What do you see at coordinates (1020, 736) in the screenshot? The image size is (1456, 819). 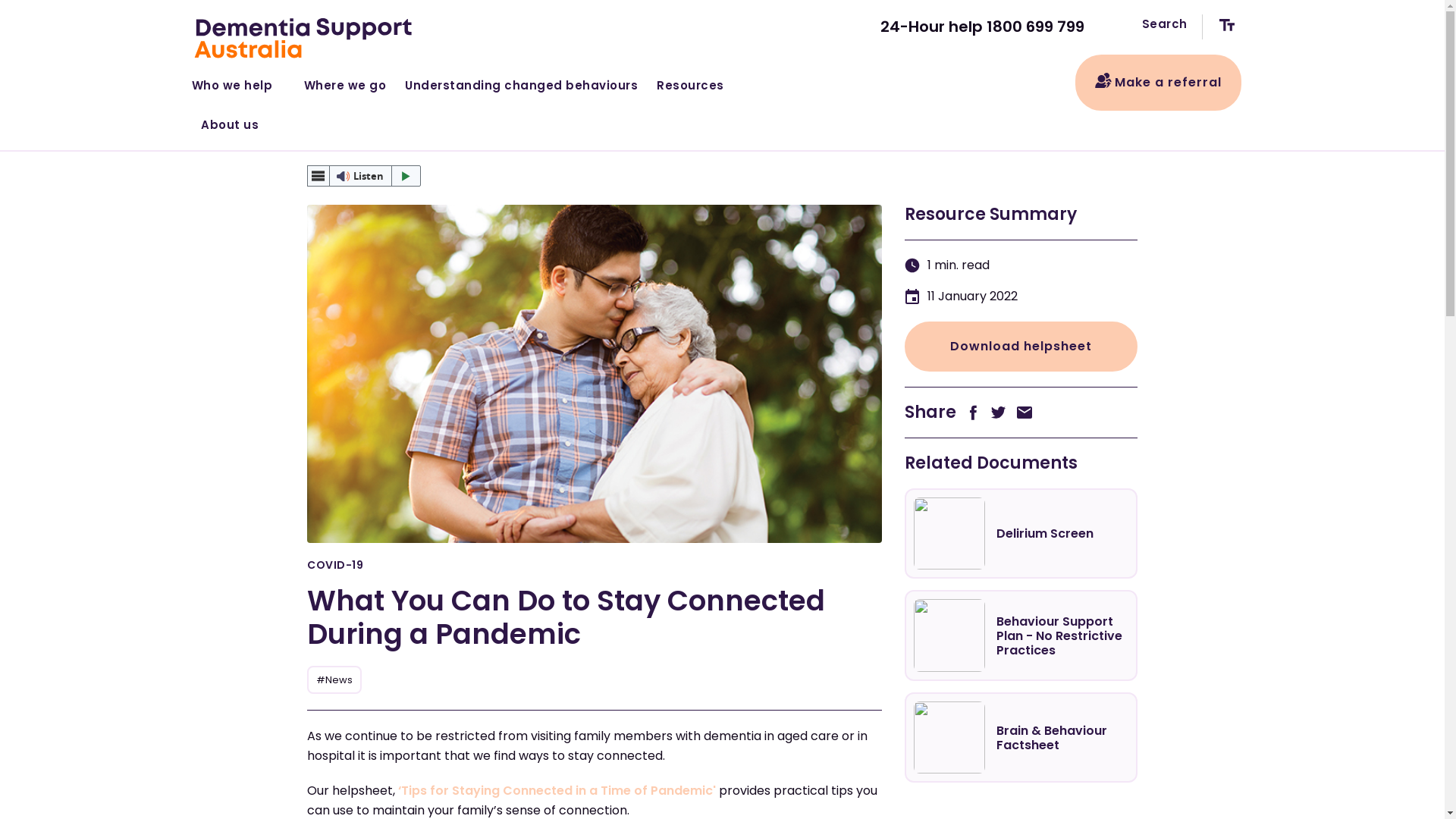 I see `'Brain & Behaviour Factsheet'` at bounding box center [1020, 736].